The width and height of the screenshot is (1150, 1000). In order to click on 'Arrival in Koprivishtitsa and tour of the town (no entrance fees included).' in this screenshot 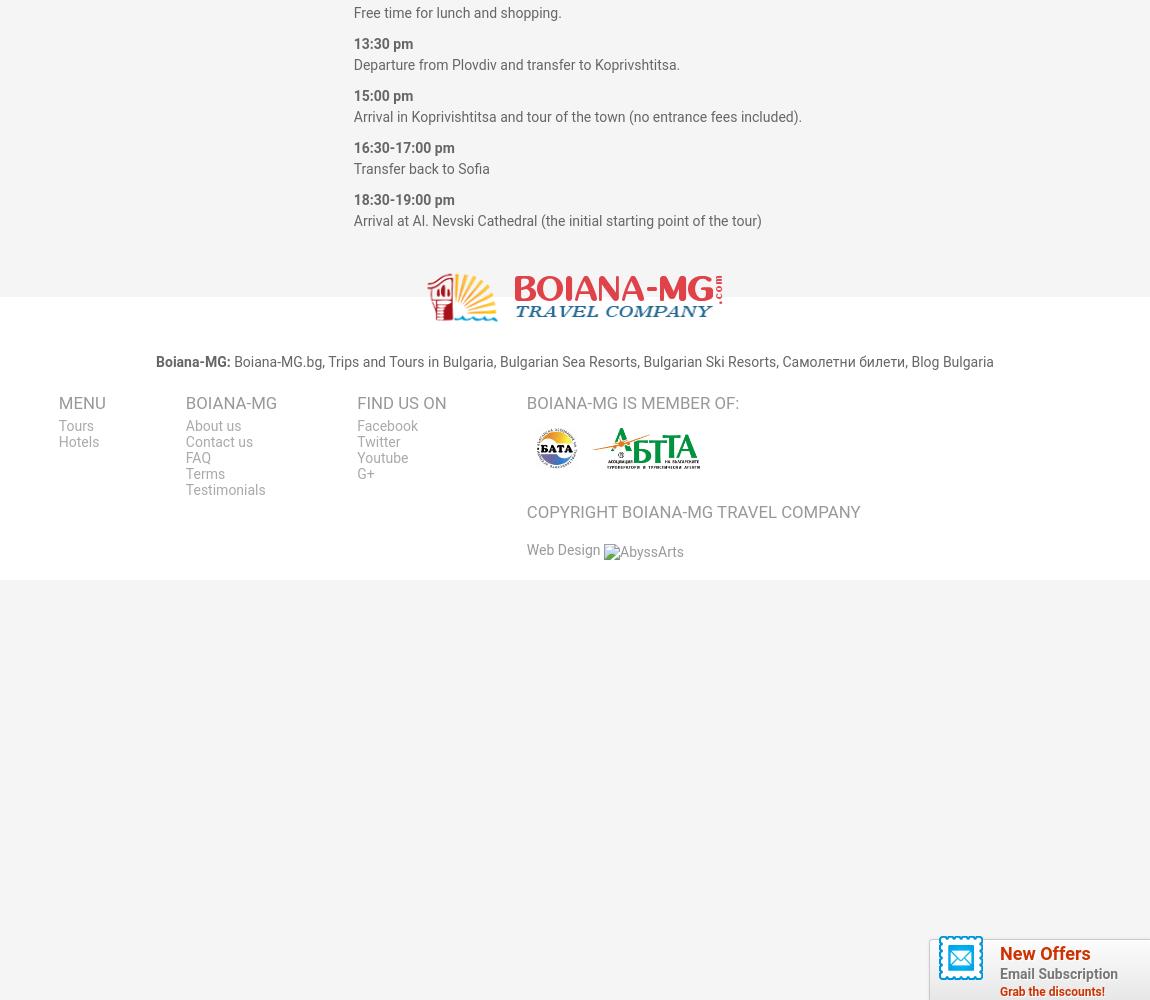, I will do `click(576, 116)`.